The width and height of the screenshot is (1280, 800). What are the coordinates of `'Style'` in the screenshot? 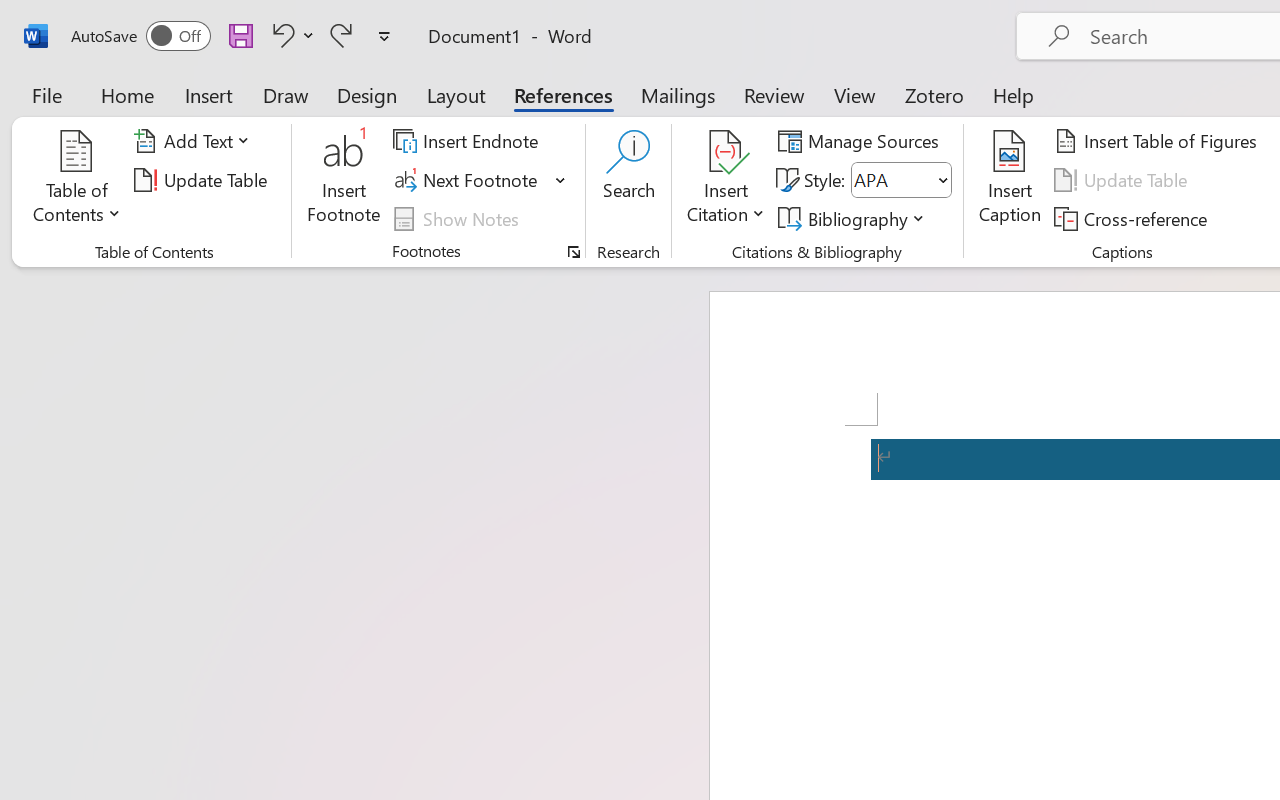 It's located at (891, 178).